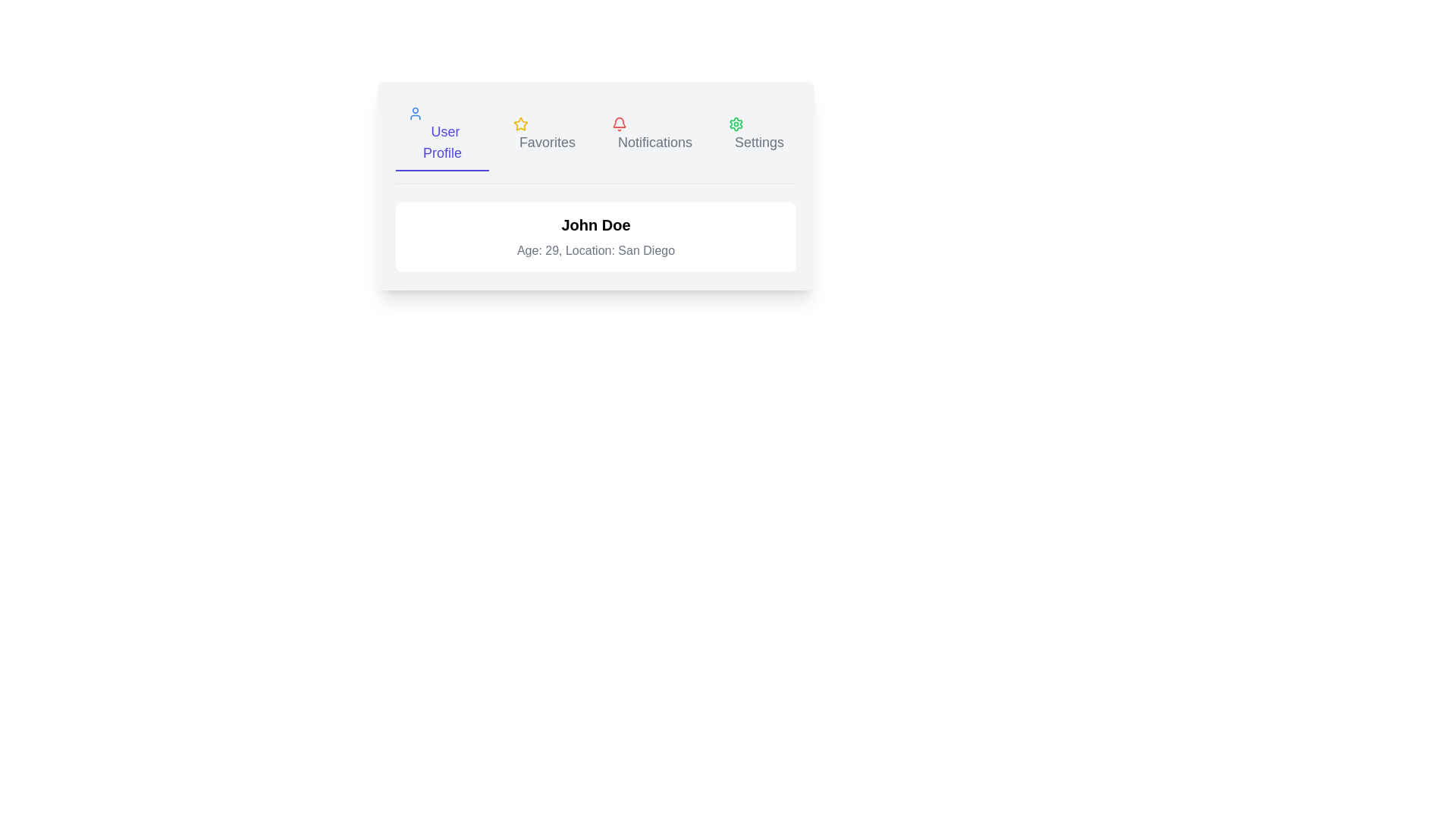  Describe the element at coordinates (619, 124) in the screenshot. I see `the red bell icon located in the header navigation panel, situated between the 'Favorites' icon and the 'Settings' icon` at that location.